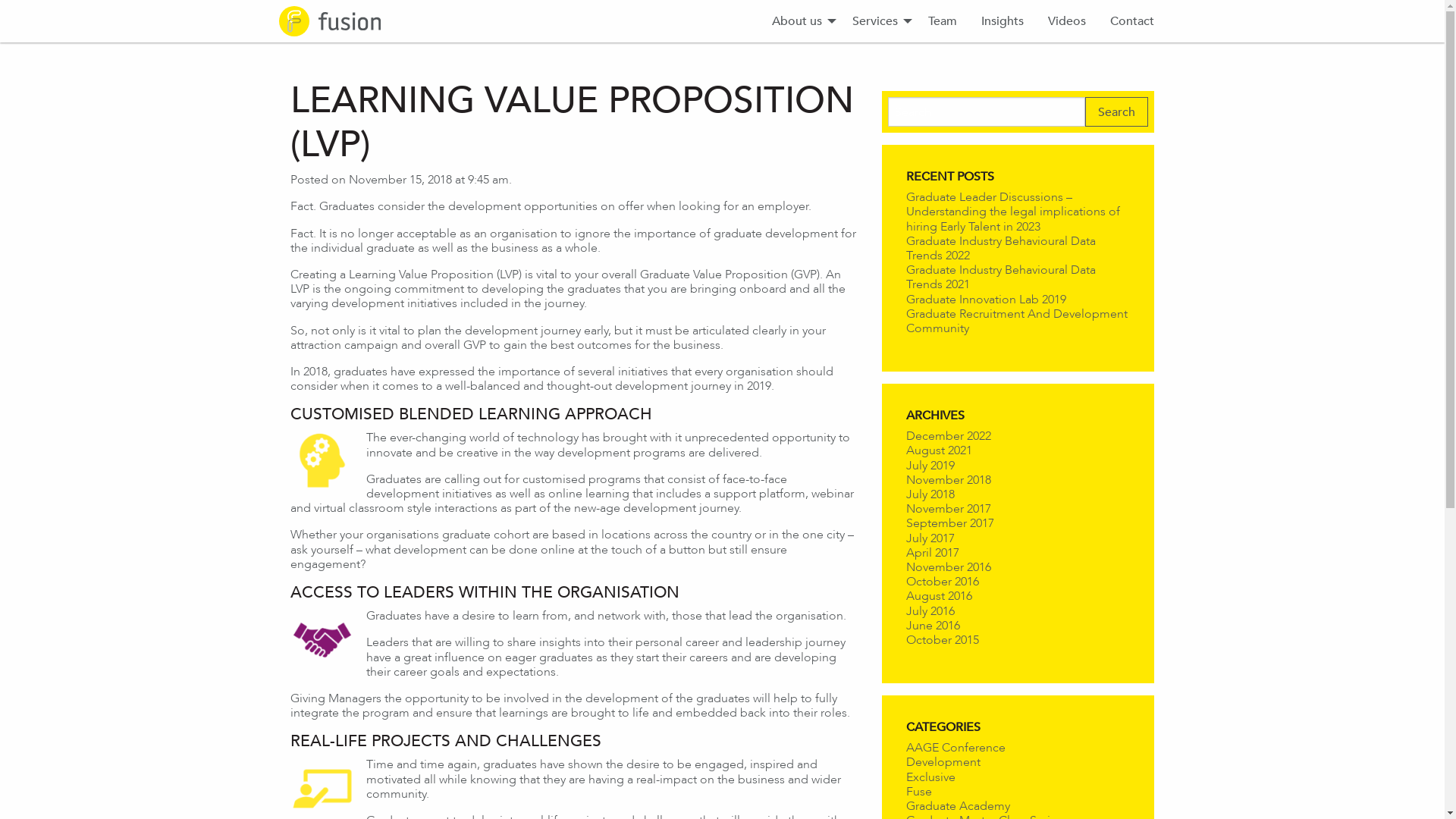 This screenshot has width=1456, height=819. Describe the element at coordinates (1131, 20) in the screenshot. I see `'Contact'` at that location.